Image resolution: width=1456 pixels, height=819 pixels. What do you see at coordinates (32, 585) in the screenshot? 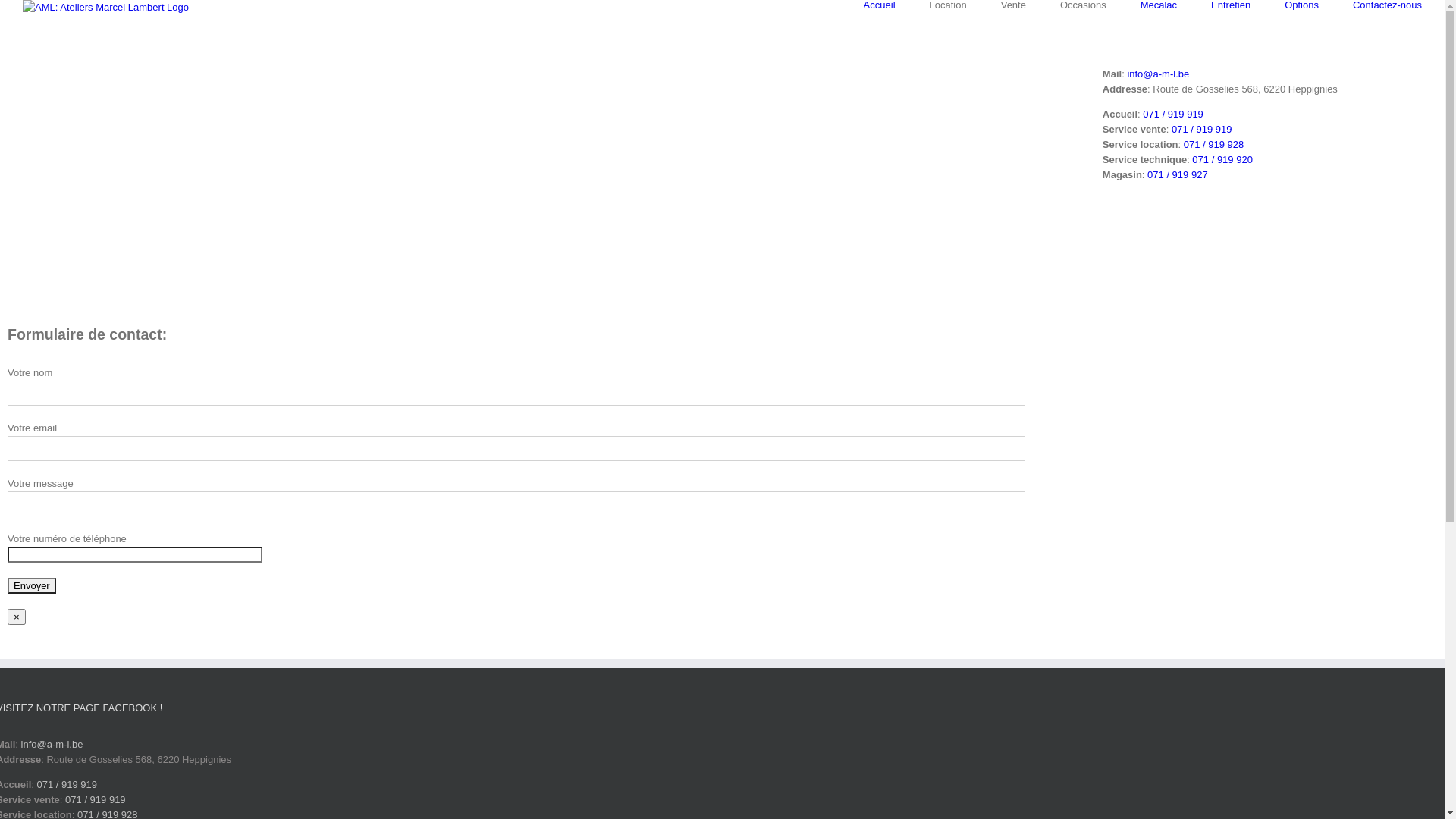
I see `'Envoyer'` at bounding box center [32, 585].